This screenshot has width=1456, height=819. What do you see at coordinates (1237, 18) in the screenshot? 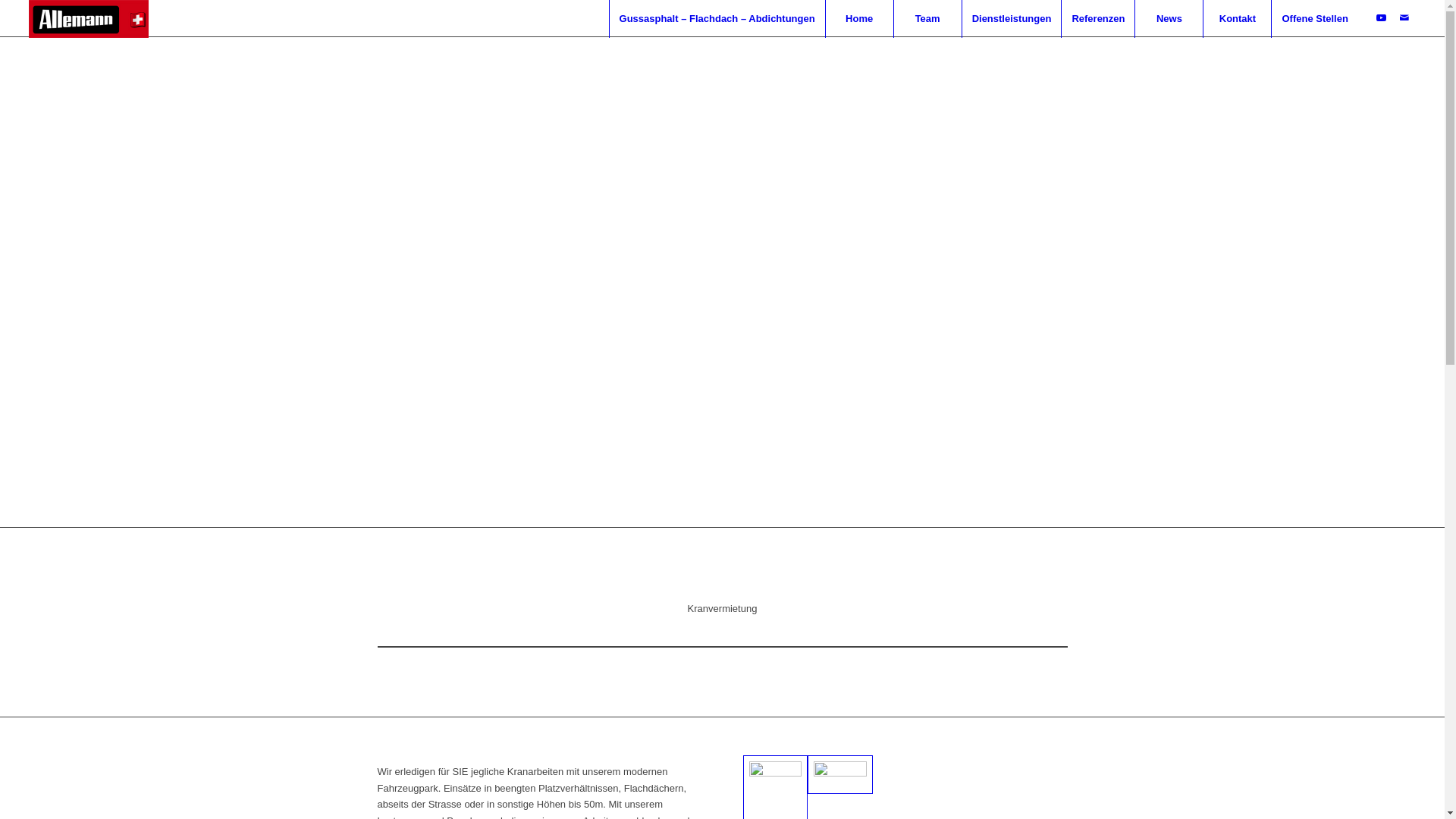
I see `'Kontakt'` at bounding box center [1237, 18].